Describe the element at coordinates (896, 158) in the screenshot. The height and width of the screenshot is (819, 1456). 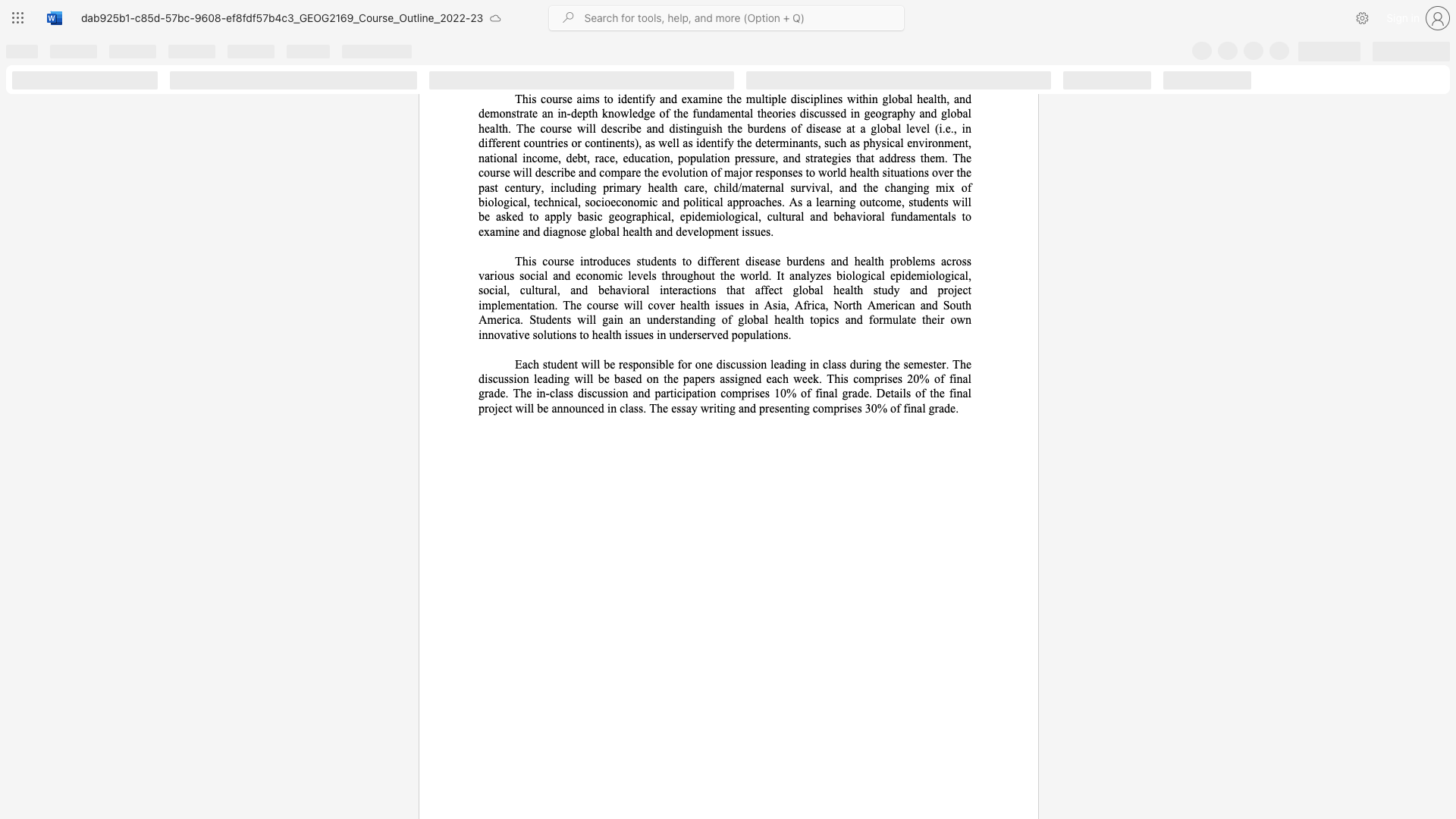
I see `the subset text "ress them. The course will describe and compare the evolution of major responses to world health s" within the text "), as well as identify the determinants, such as physical environment, national income, debt, race, education, population pressure, and strategies that address them. The course will describe and compare the evolution of major responses to world health situations over the past century, including primary health care, child/maternal survival, and the changing mix of biological, technical, socioeconomic and political approaches."` at that location.